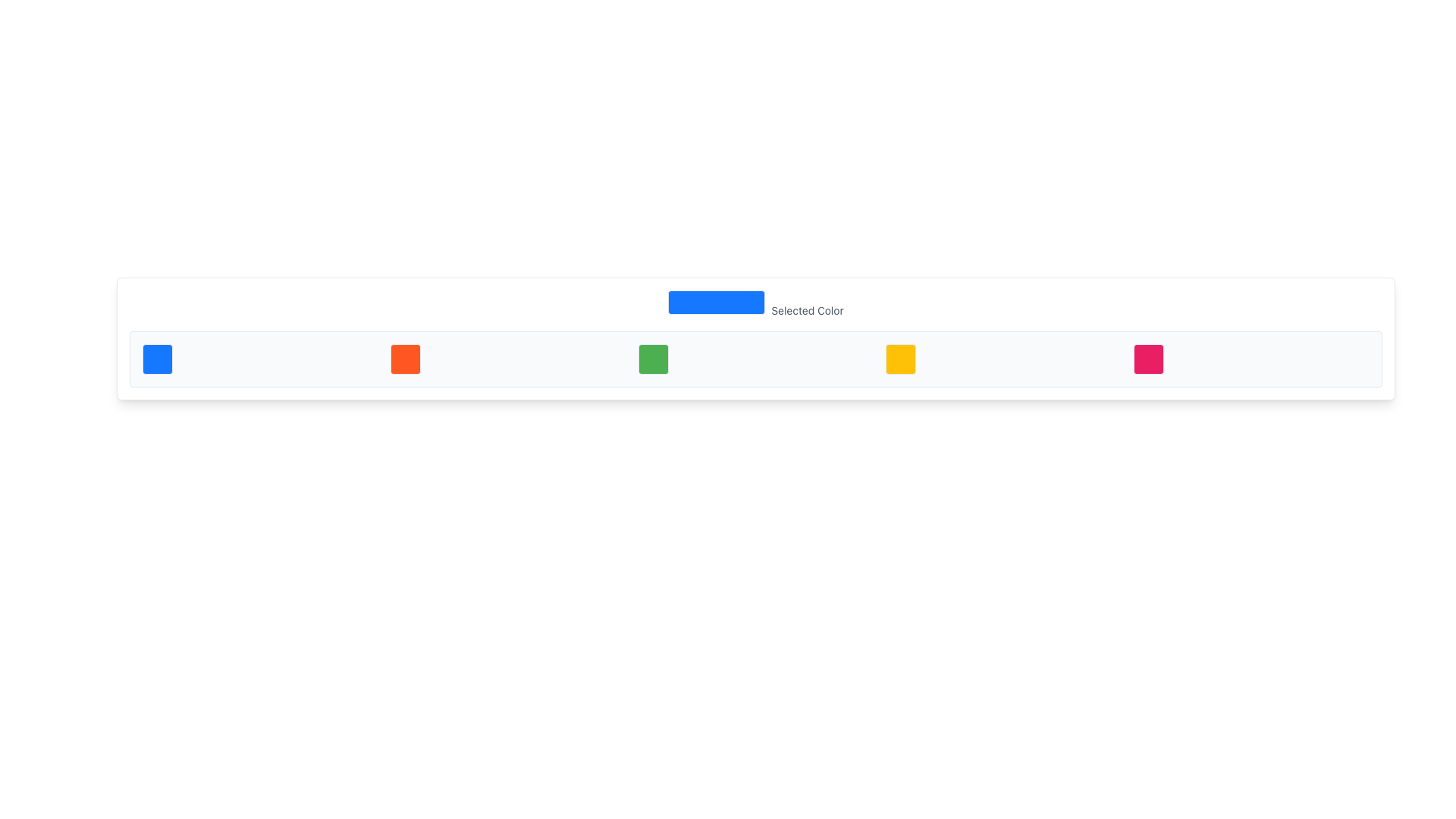 The width and height of the screenshot is (1456, 819). What do you see at coordinates (807, 309) in the screenshot?
I see `text label displaying 'Selected Color' which is styled in small gray font and positioned to the right of a blue rectangular color swatch` at bounding box center [807, 309].